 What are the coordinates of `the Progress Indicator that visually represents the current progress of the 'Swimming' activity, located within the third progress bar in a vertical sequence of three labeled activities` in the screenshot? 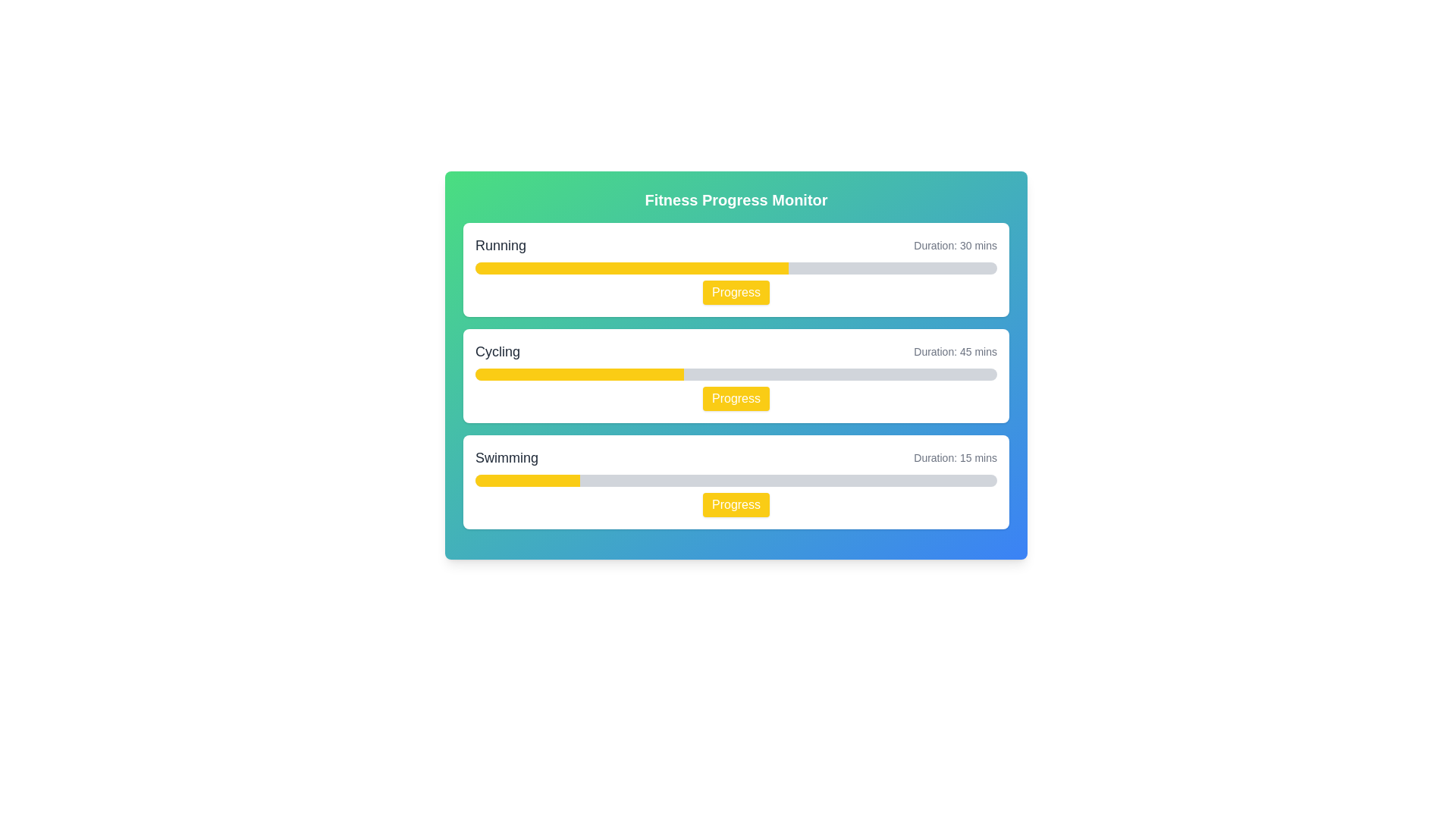 It's located at (527, 480).